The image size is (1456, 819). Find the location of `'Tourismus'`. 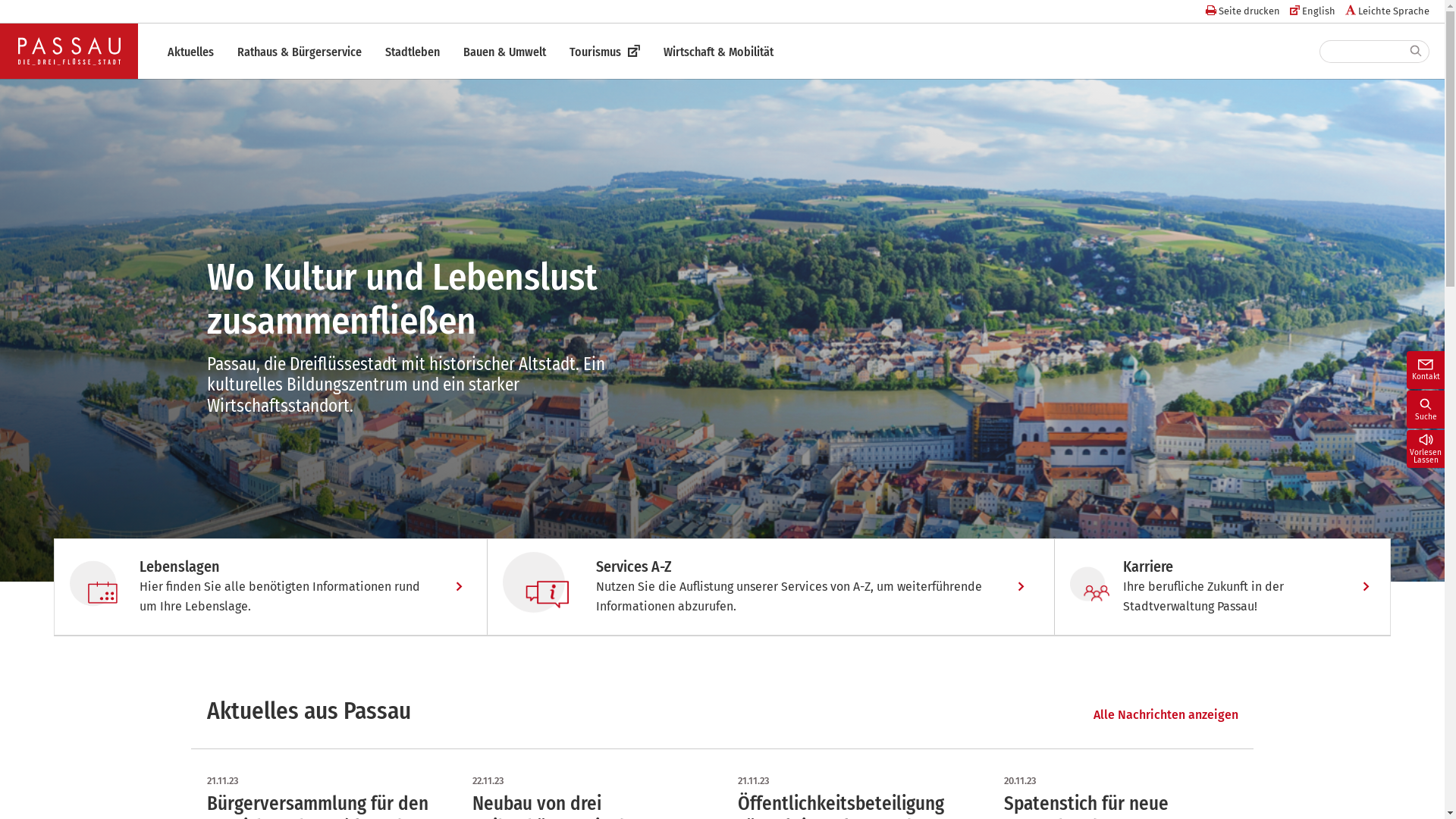

'Tourismus' is located at coordinates (604, 52).